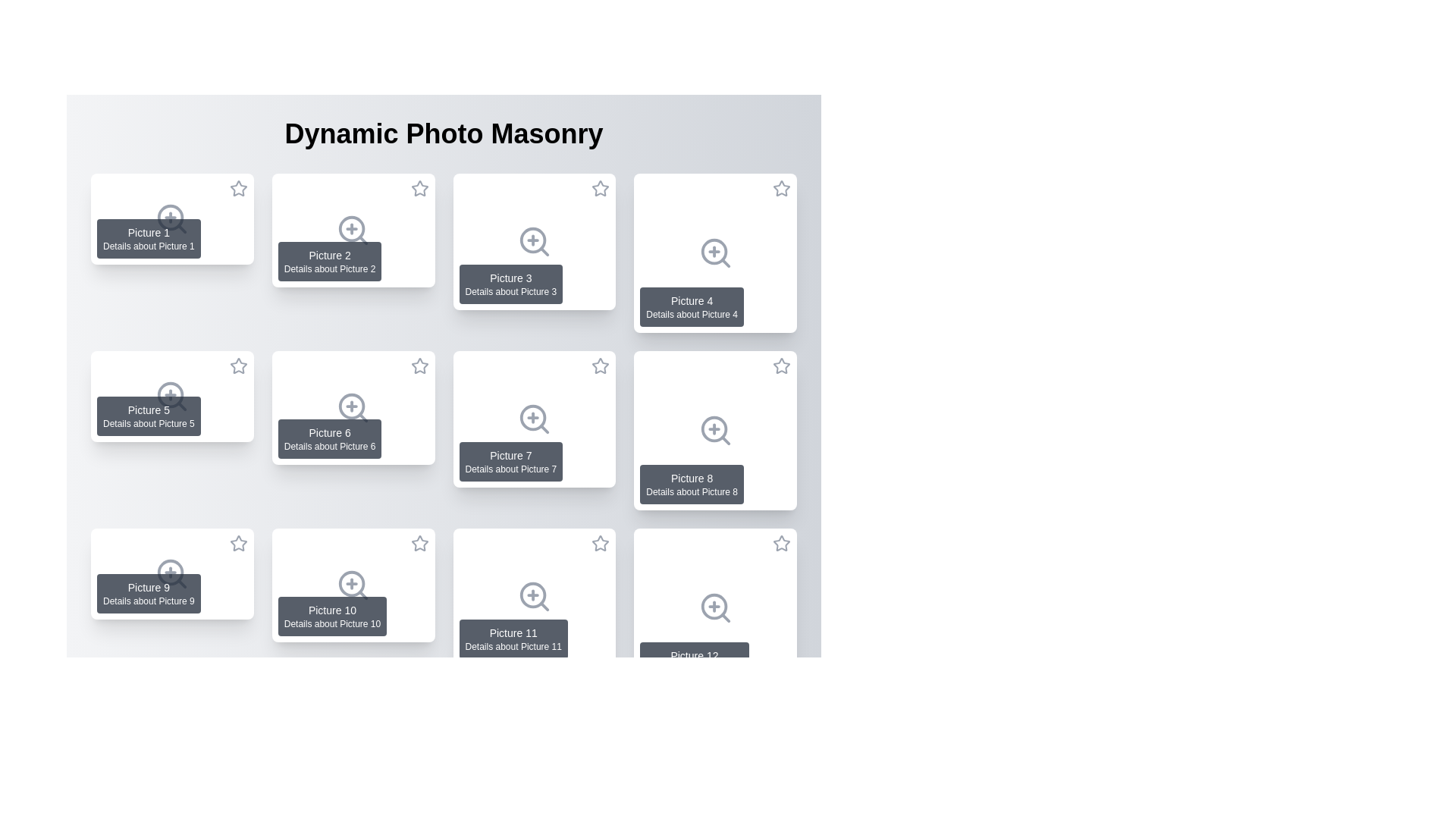 Image resolution: width=1456 pixels, height=819 pixels. I want to click on the static text label for 'Picture 8', located at the lower-left corner of the card in the fourth column and third row of the photo masonry layout, so click(691, 485).